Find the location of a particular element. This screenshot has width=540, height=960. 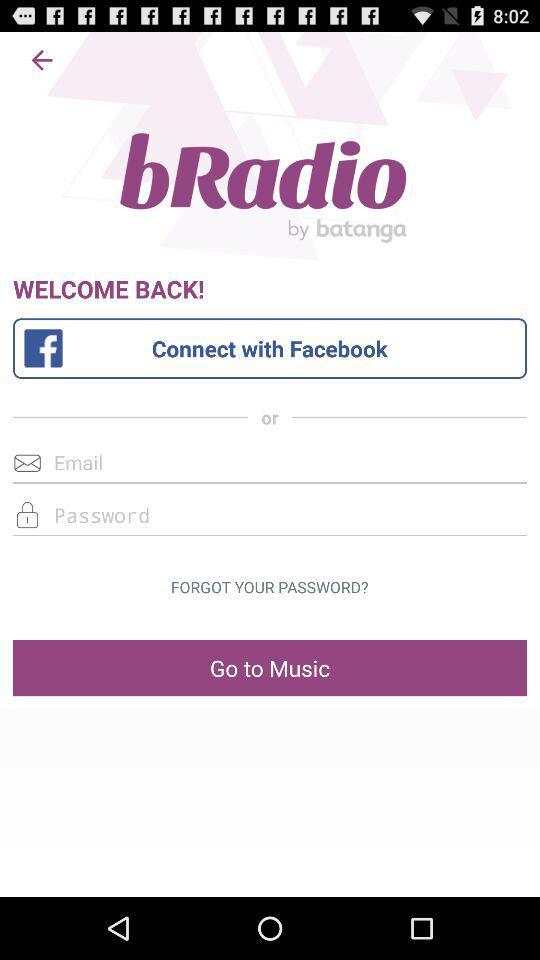

log-in with facebook is located at coordinates (270, 348).